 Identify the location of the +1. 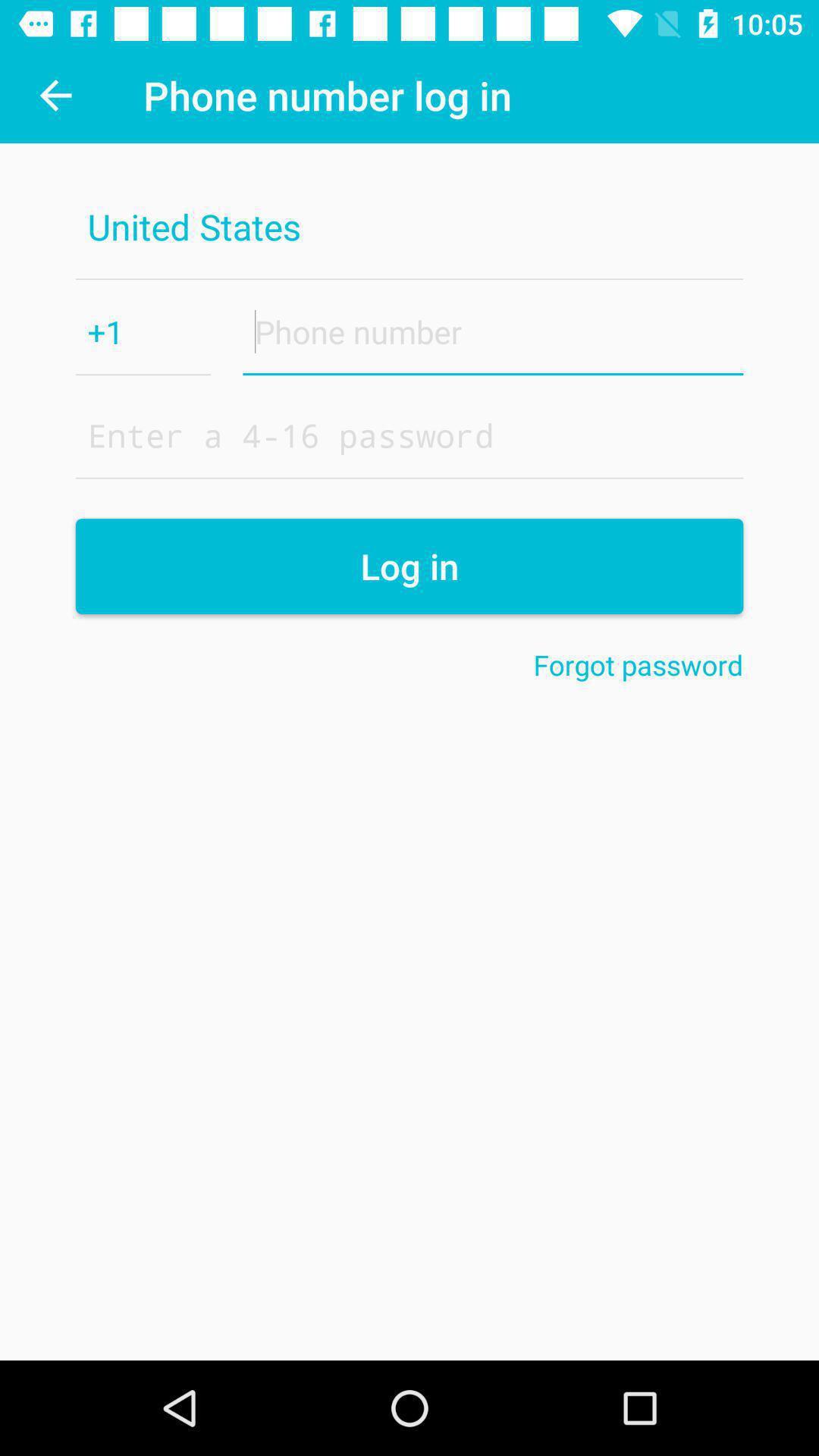
(143, 331).